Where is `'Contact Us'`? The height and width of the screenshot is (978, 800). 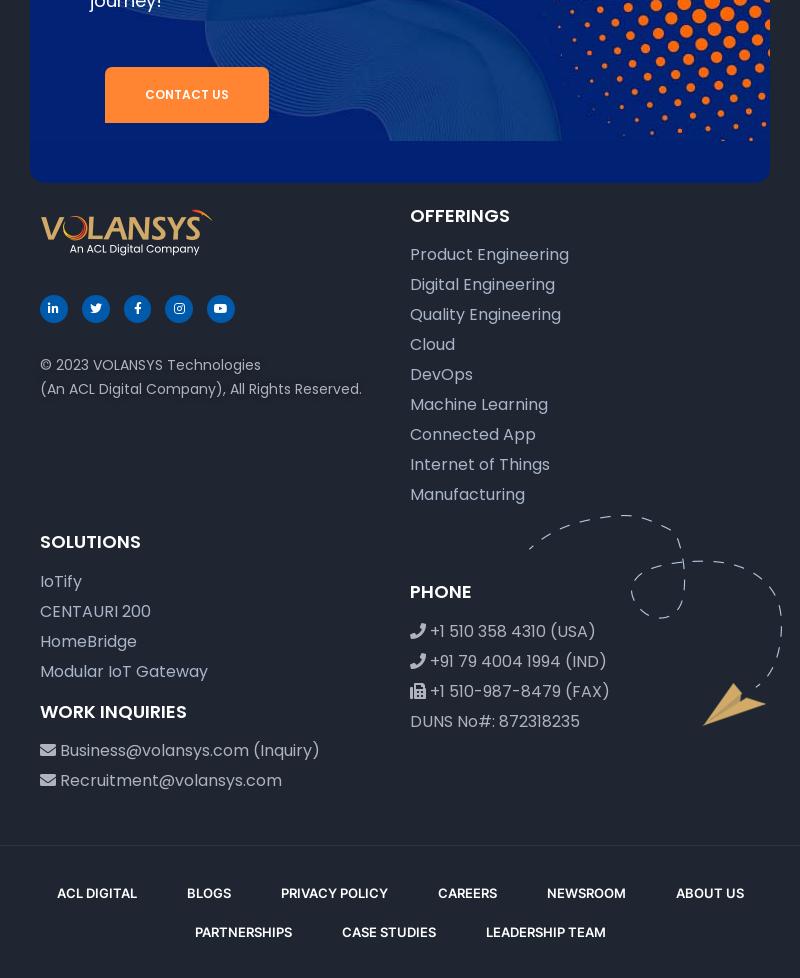 'Contact Us' is located at coordinates (186, 93).